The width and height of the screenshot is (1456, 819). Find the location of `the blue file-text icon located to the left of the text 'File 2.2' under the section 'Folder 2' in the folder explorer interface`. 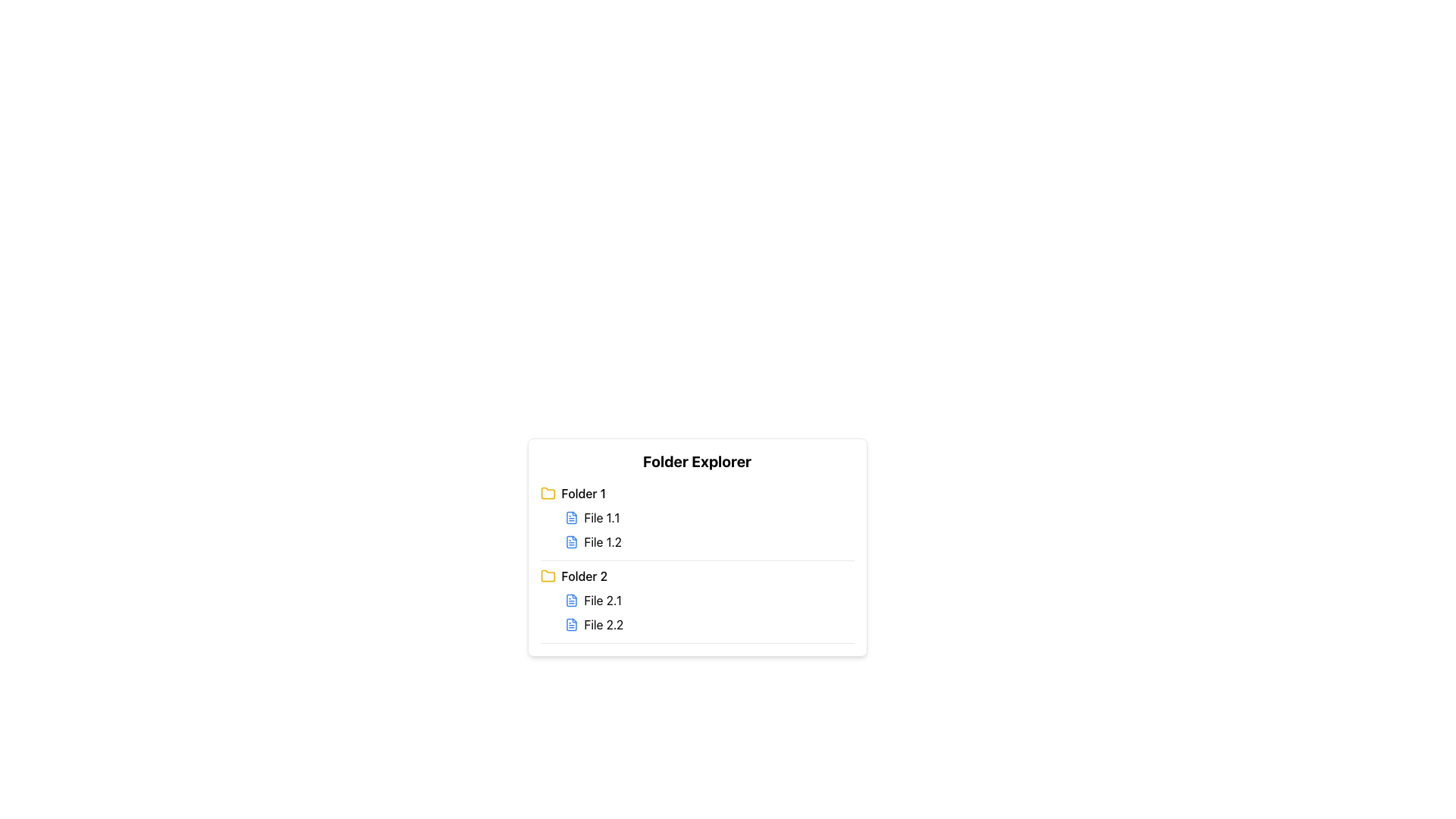

the blue file-text icon located to the left of the text 'File 2.2' under the section 'Folder 2' in the folder explorer interface is located at coordinates (570, 625).